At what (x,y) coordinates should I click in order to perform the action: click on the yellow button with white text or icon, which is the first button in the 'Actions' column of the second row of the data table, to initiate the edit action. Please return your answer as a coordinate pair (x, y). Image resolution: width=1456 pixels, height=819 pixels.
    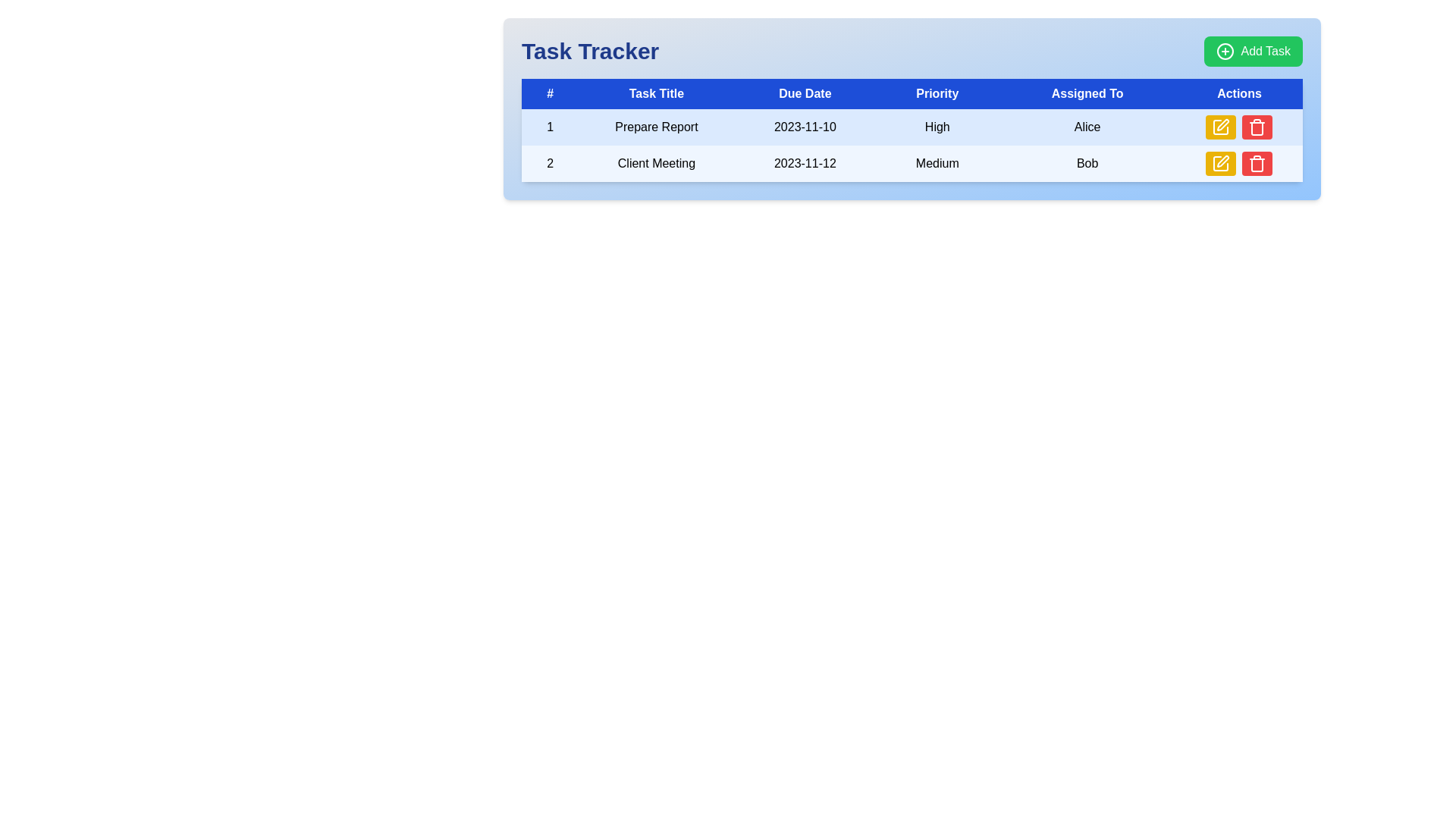
    Looking at the image, I should click on (1221, 127).